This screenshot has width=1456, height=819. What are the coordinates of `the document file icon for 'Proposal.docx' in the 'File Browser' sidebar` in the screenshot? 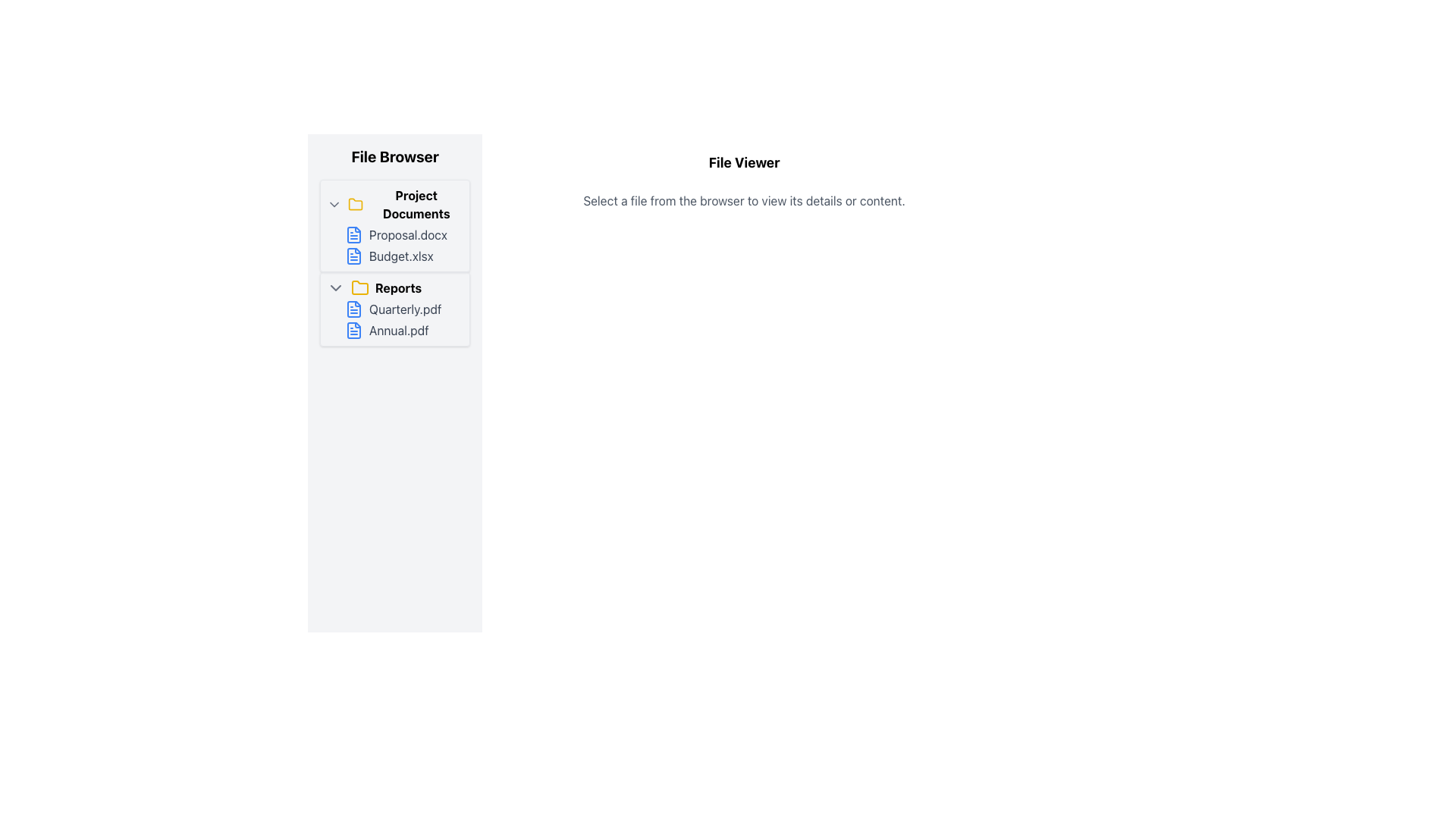 It's located at (353, 234).